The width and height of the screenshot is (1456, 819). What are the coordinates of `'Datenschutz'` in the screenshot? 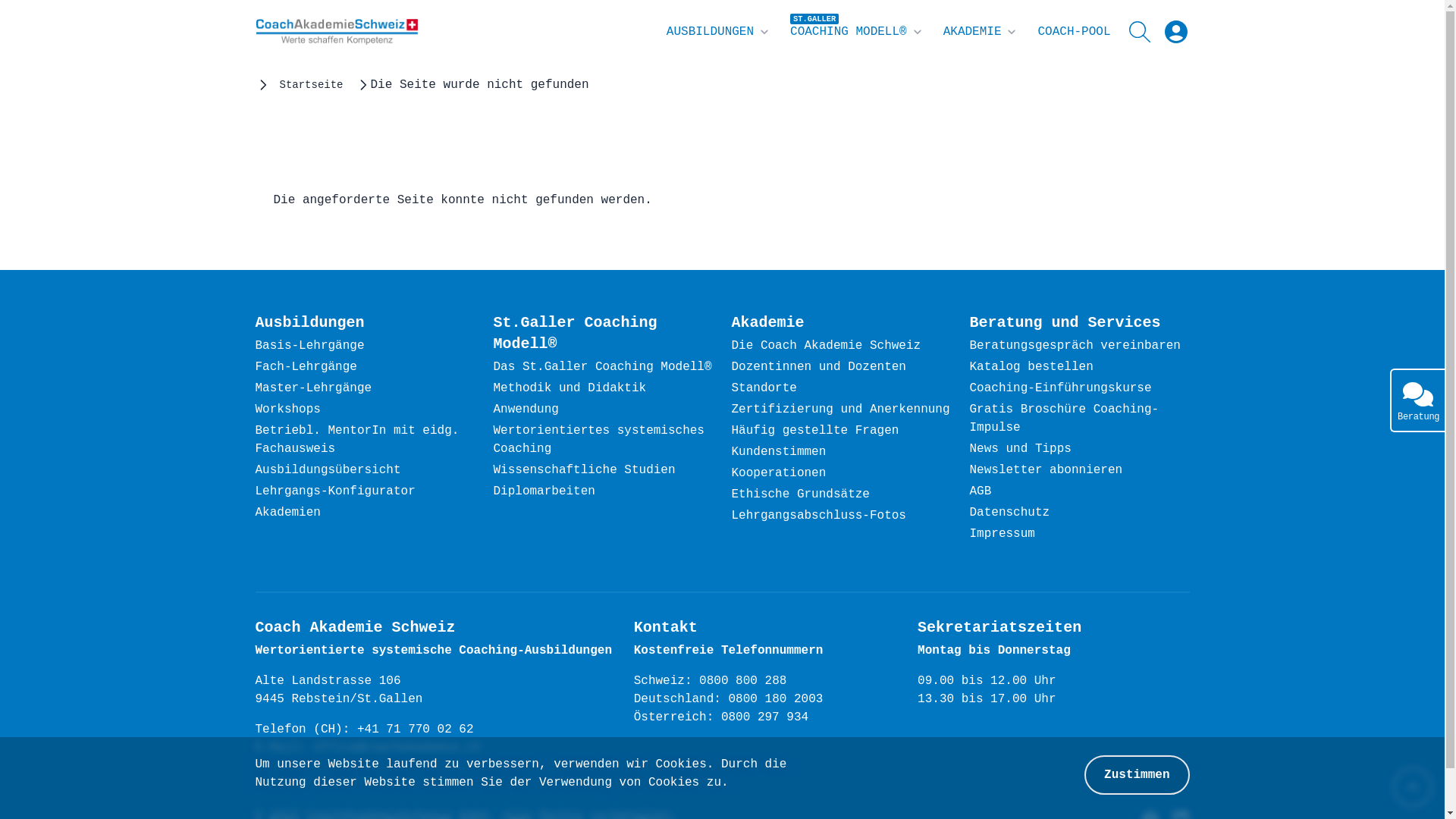 It's located at (1009, 513).